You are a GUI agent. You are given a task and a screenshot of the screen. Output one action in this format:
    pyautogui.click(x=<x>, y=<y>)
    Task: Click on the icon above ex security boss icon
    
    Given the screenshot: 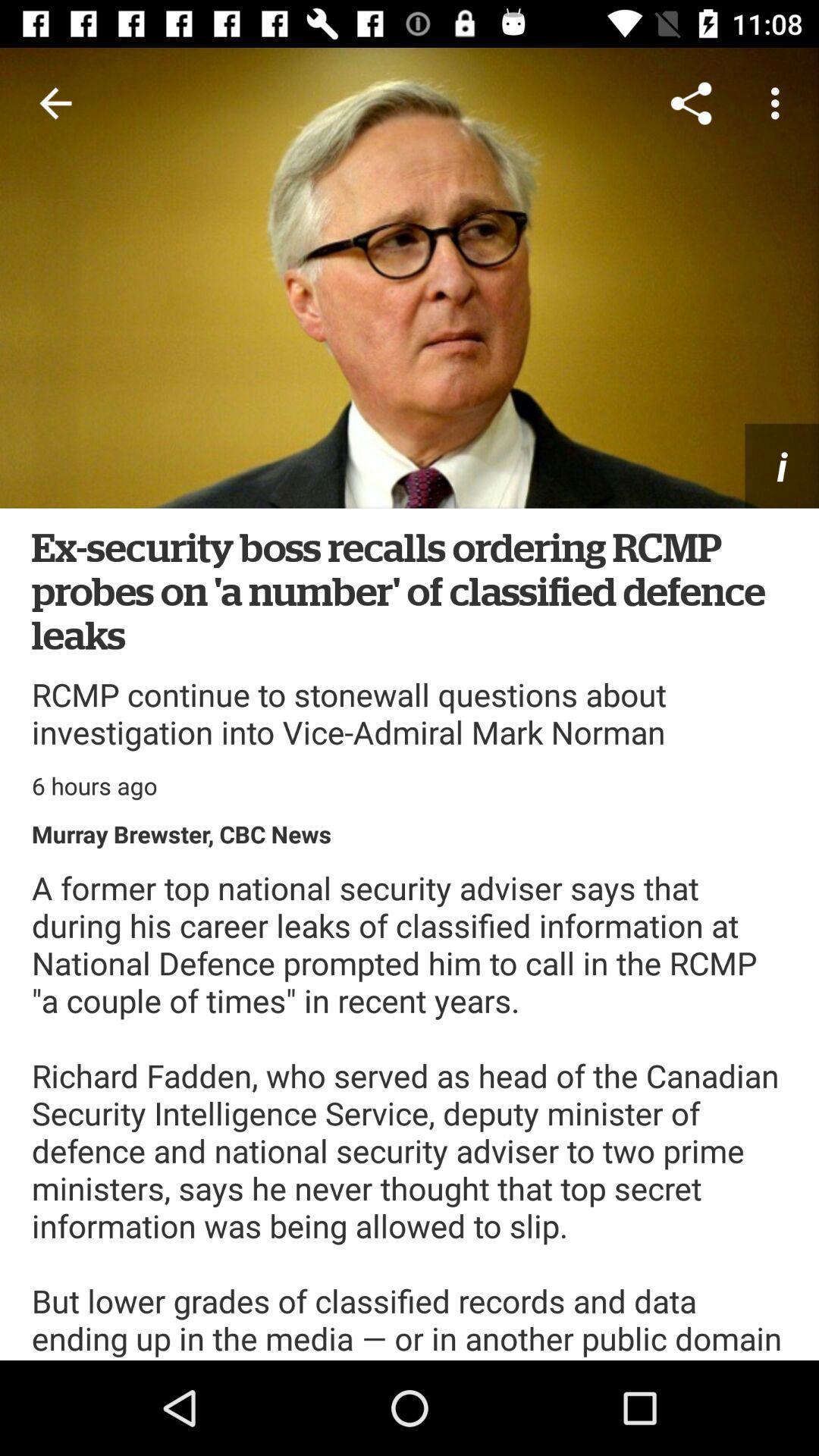 What is the action you would take?
    pyautogui.click(x=55, y=102)
    